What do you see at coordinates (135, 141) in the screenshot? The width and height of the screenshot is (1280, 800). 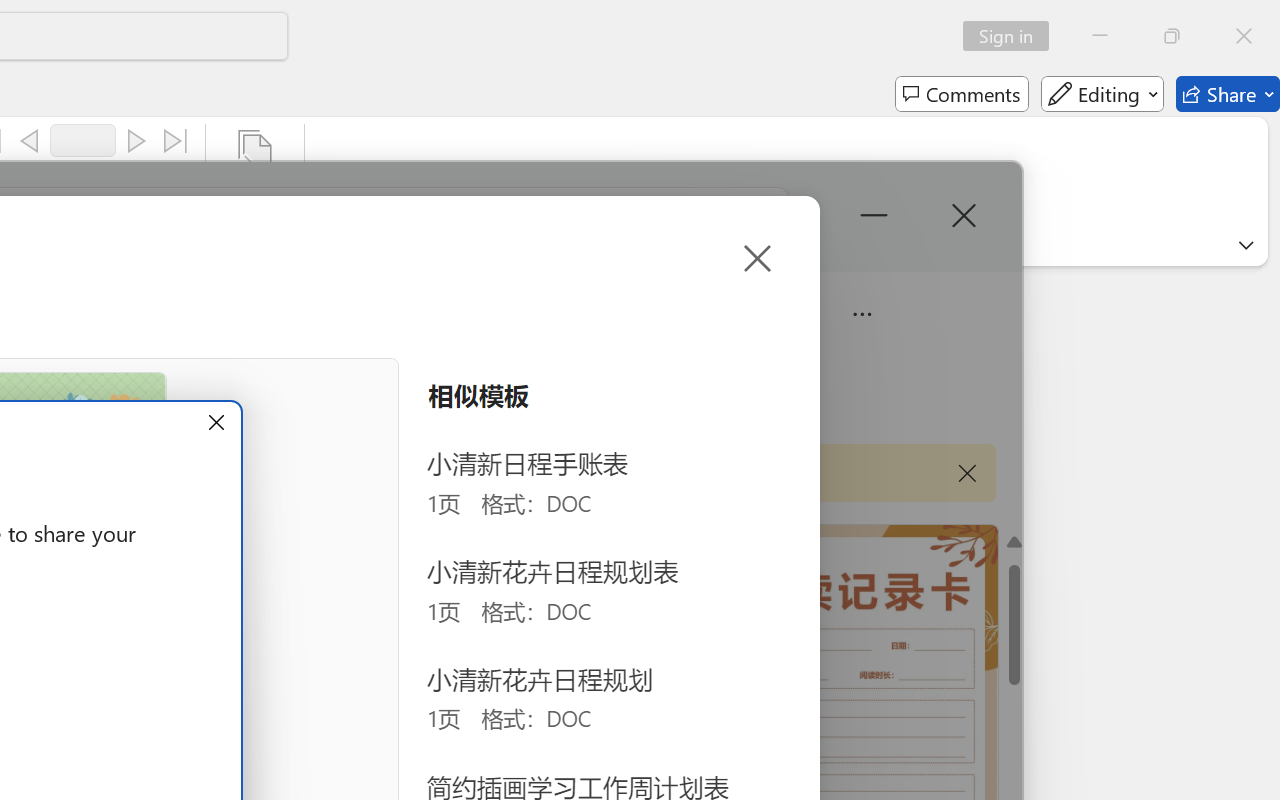 I see `'Next'` at bounding box center [135, 141].